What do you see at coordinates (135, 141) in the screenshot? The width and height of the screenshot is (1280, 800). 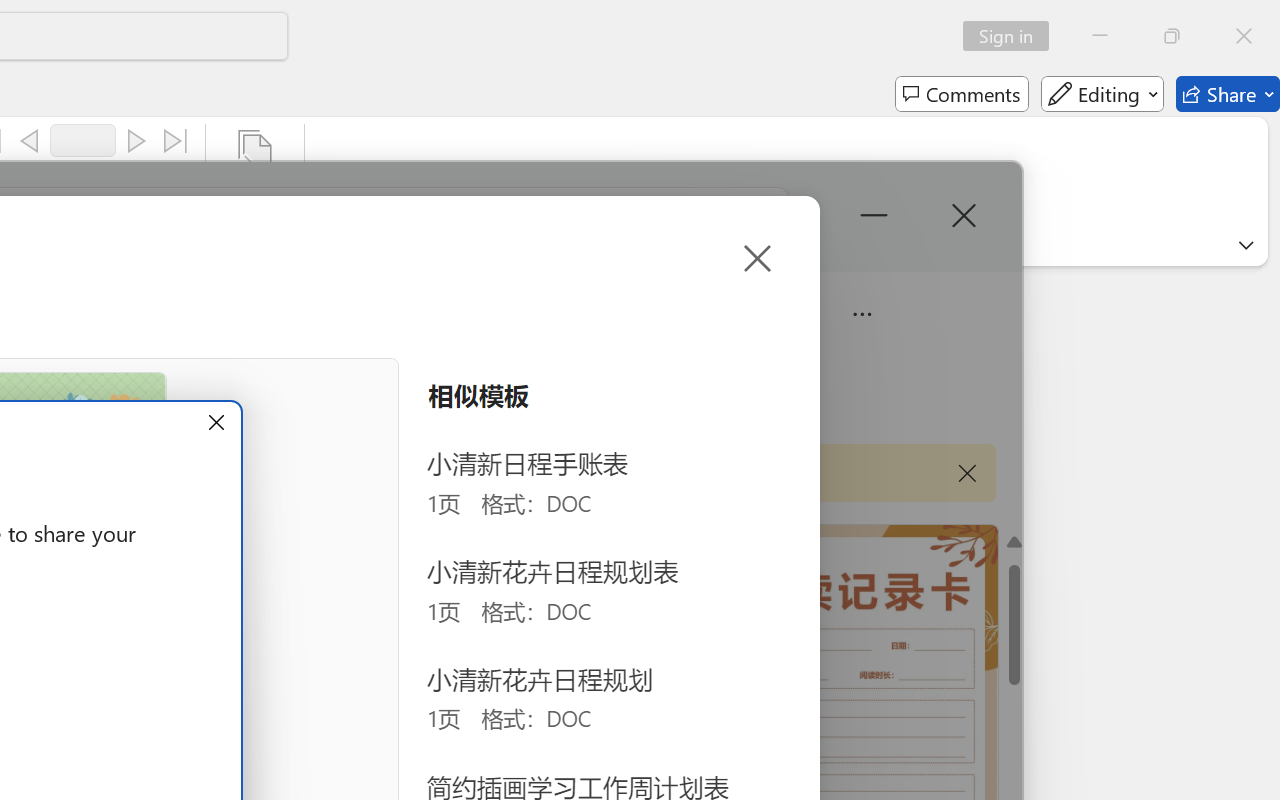 I see `'Next'` at bounding box center [135, 141].